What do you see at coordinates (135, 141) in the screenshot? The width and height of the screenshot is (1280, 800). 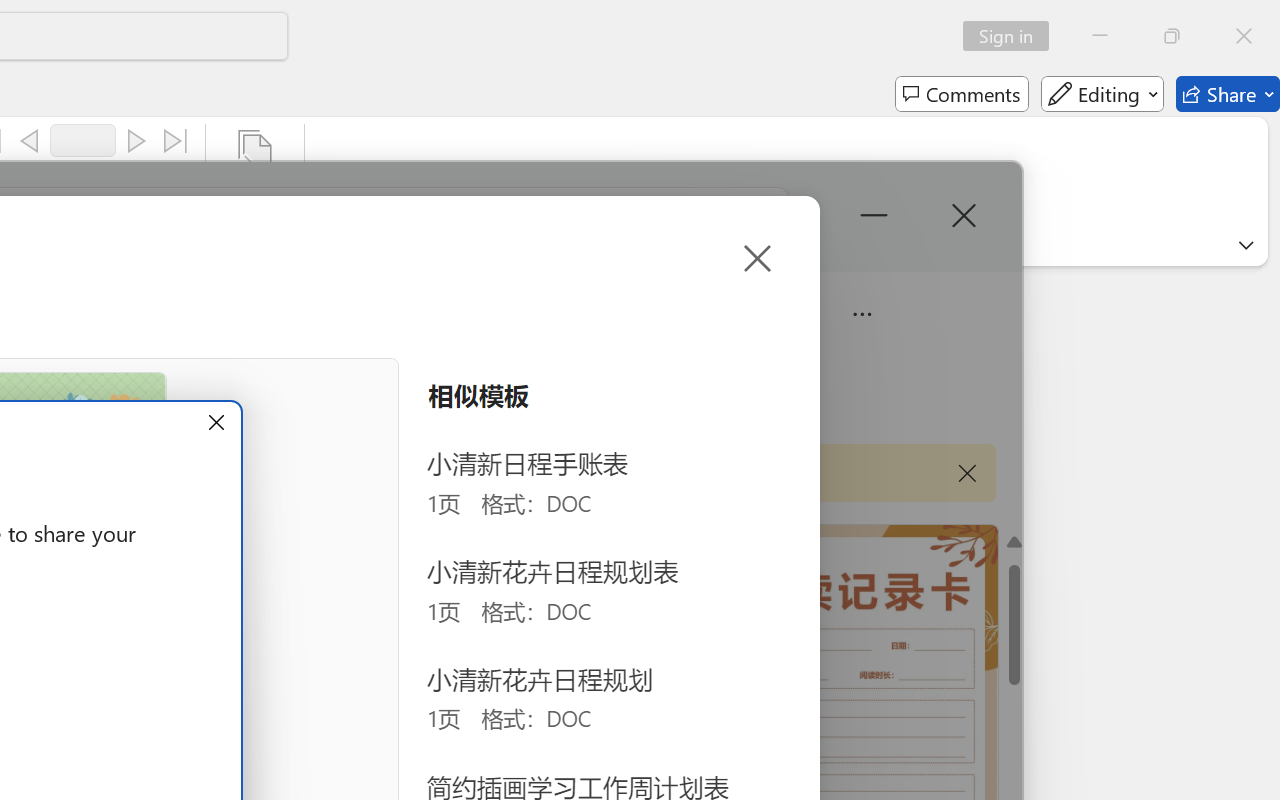 I see `'Next'` at bounding box center [135, 141].